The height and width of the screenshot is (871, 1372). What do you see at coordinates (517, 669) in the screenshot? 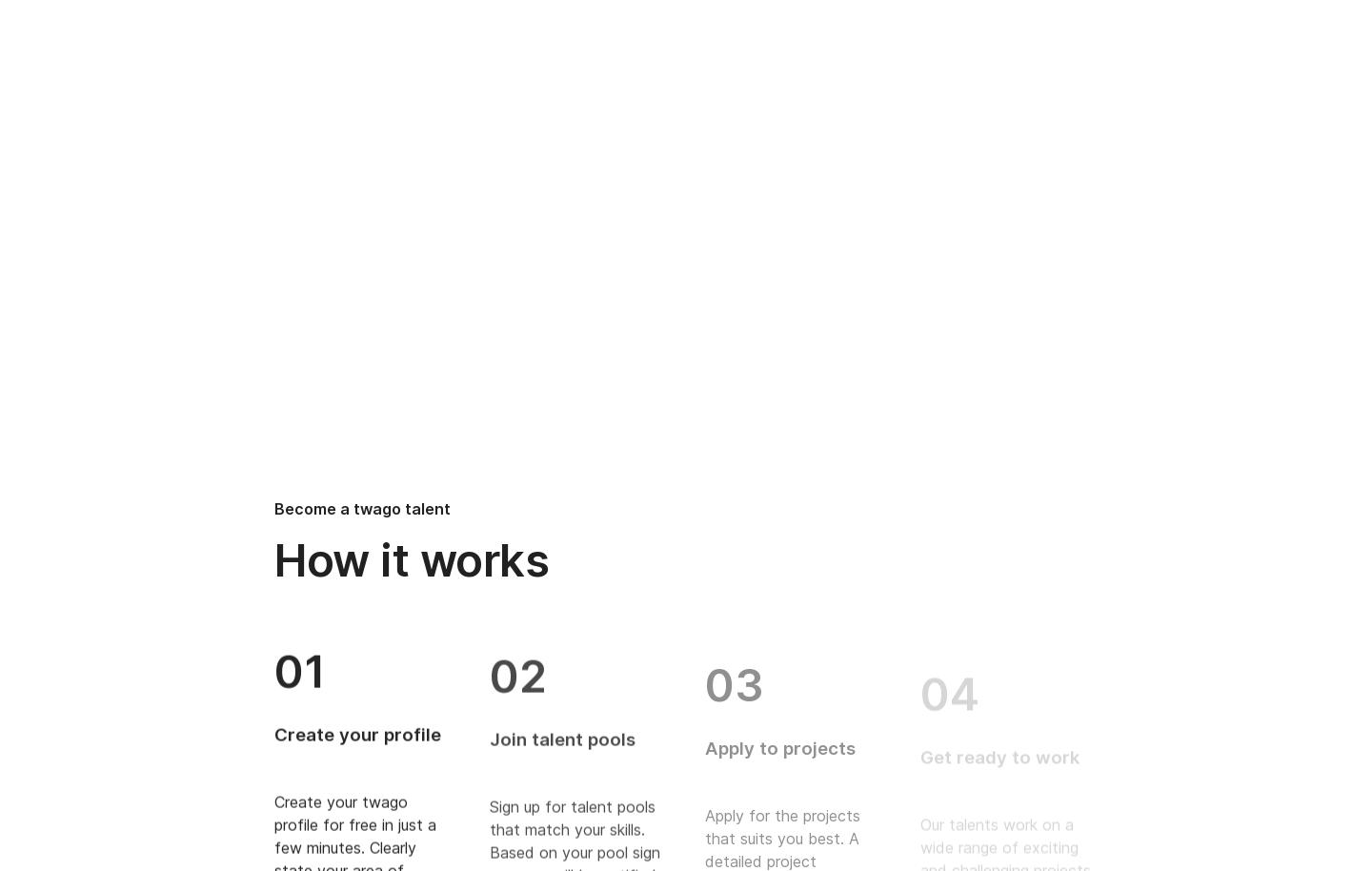
I see `'02'` at bounding box center [517, 669].